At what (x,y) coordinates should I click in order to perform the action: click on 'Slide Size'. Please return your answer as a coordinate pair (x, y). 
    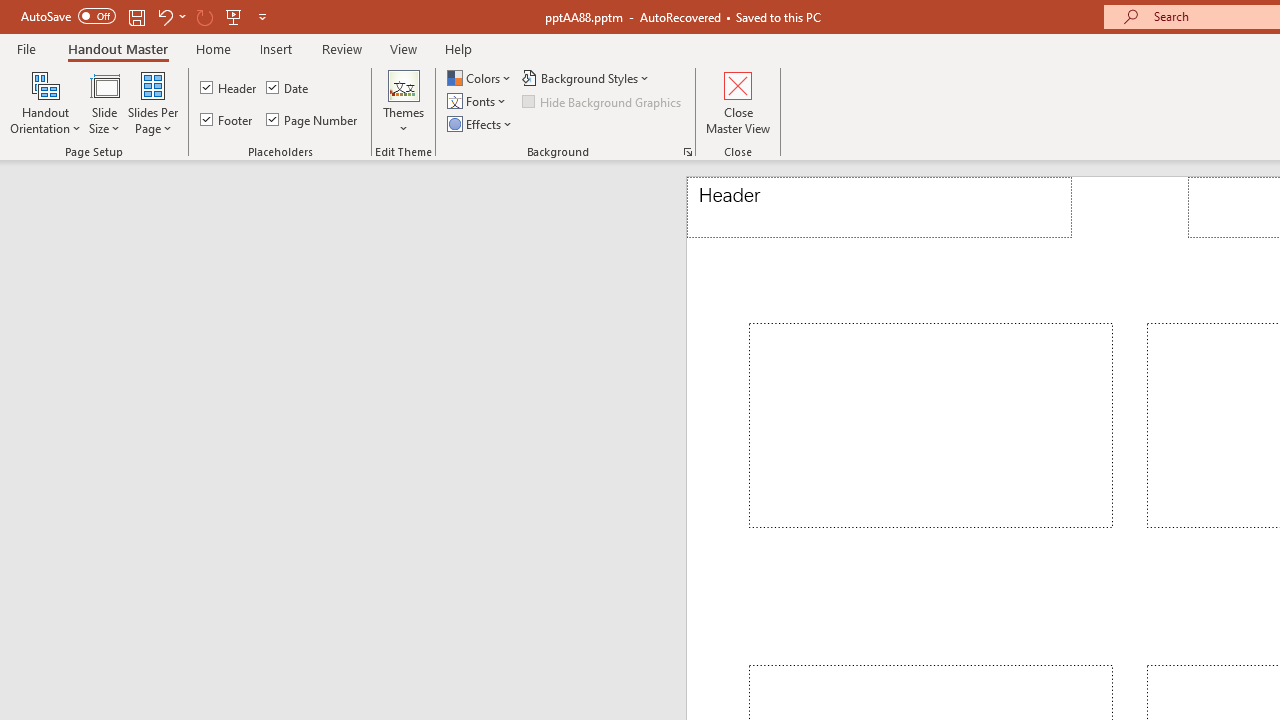
    Looking at the image, I should click on (103, 103).